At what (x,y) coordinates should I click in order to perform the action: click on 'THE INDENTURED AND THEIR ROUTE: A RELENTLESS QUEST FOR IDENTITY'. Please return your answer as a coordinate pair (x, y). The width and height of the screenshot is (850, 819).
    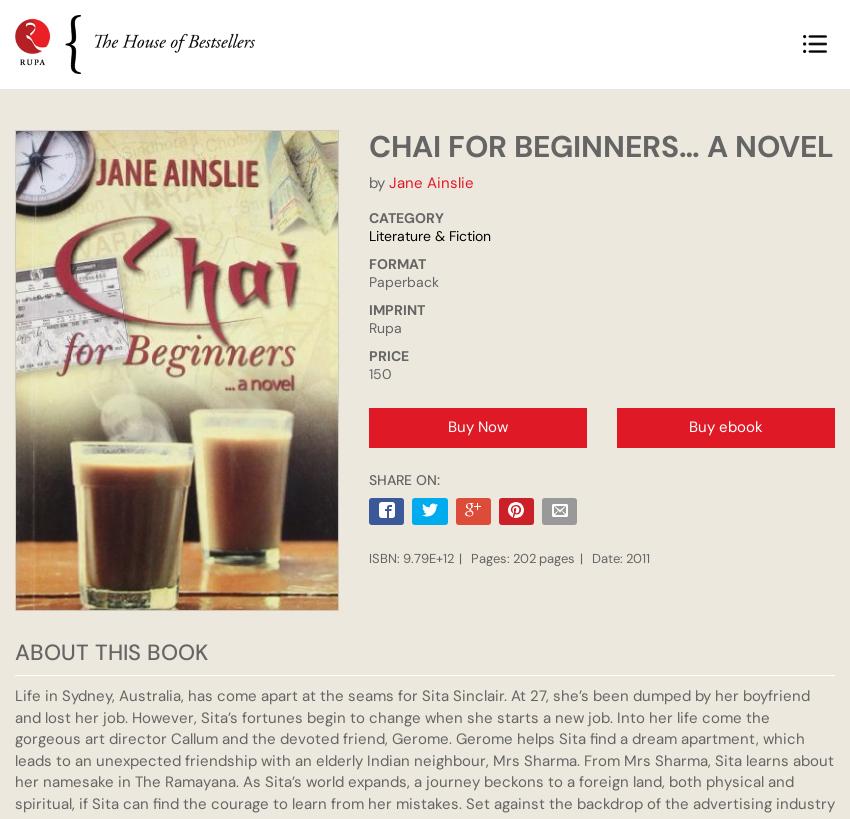
    Looking at the image, I should click on (425, 301).